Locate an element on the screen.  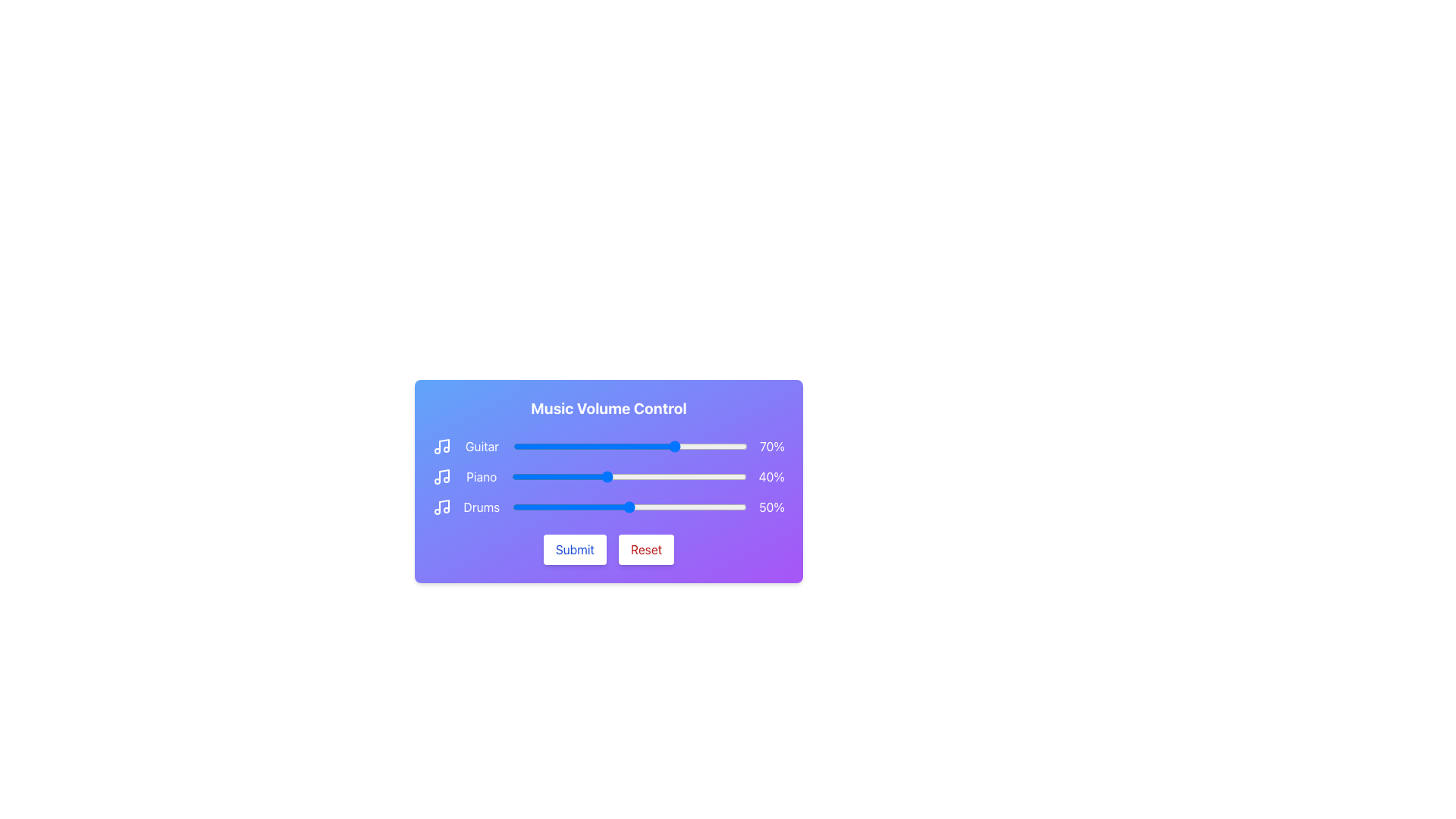
the volume is located at coordinates (646, 507).